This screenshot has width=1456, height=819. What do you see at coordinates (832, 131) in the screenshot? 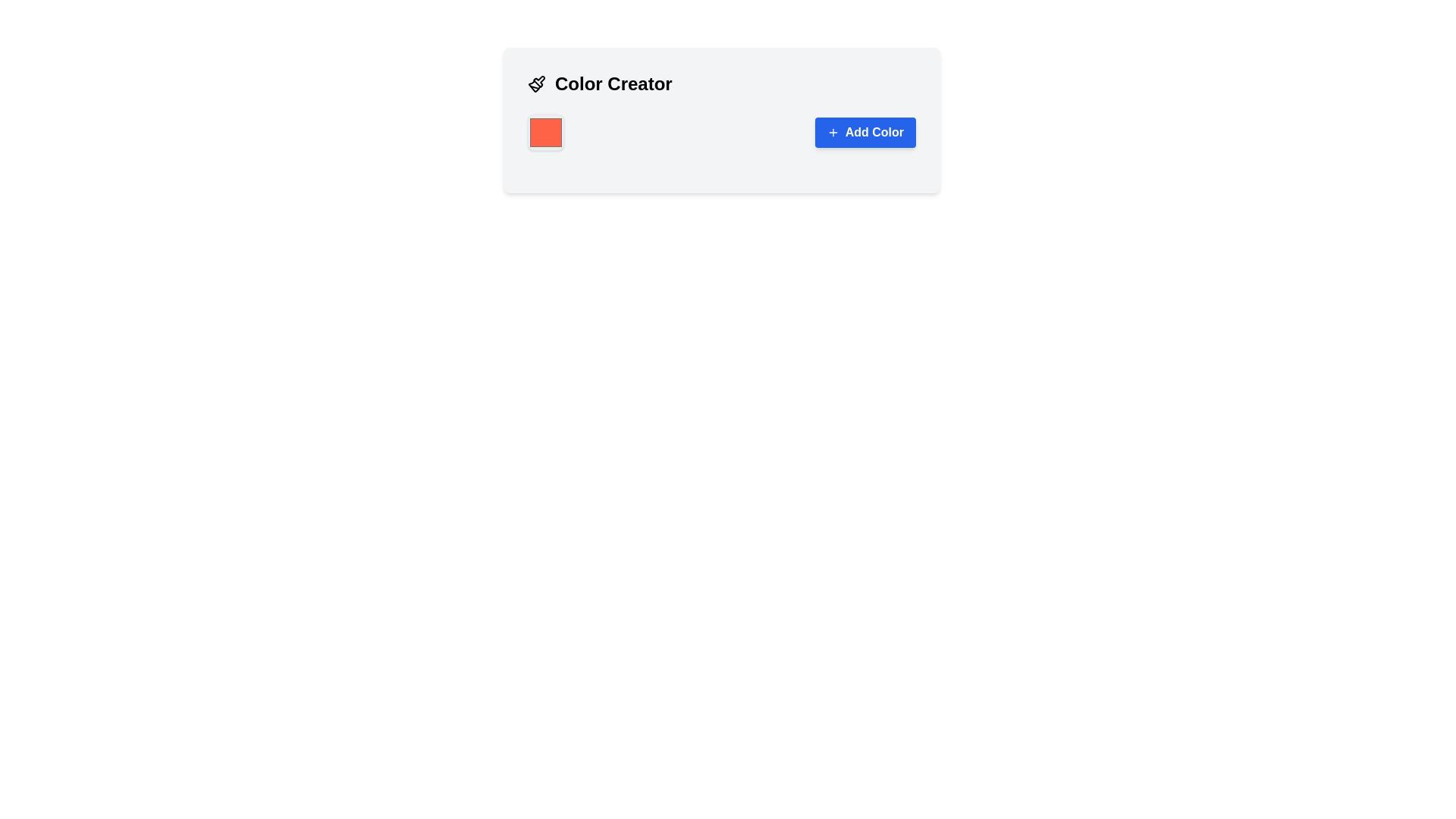
I see `the small '+' icon located in the 'Add Color' button, which is positioned before the text within the button layout` at bounding box center [832, 131].